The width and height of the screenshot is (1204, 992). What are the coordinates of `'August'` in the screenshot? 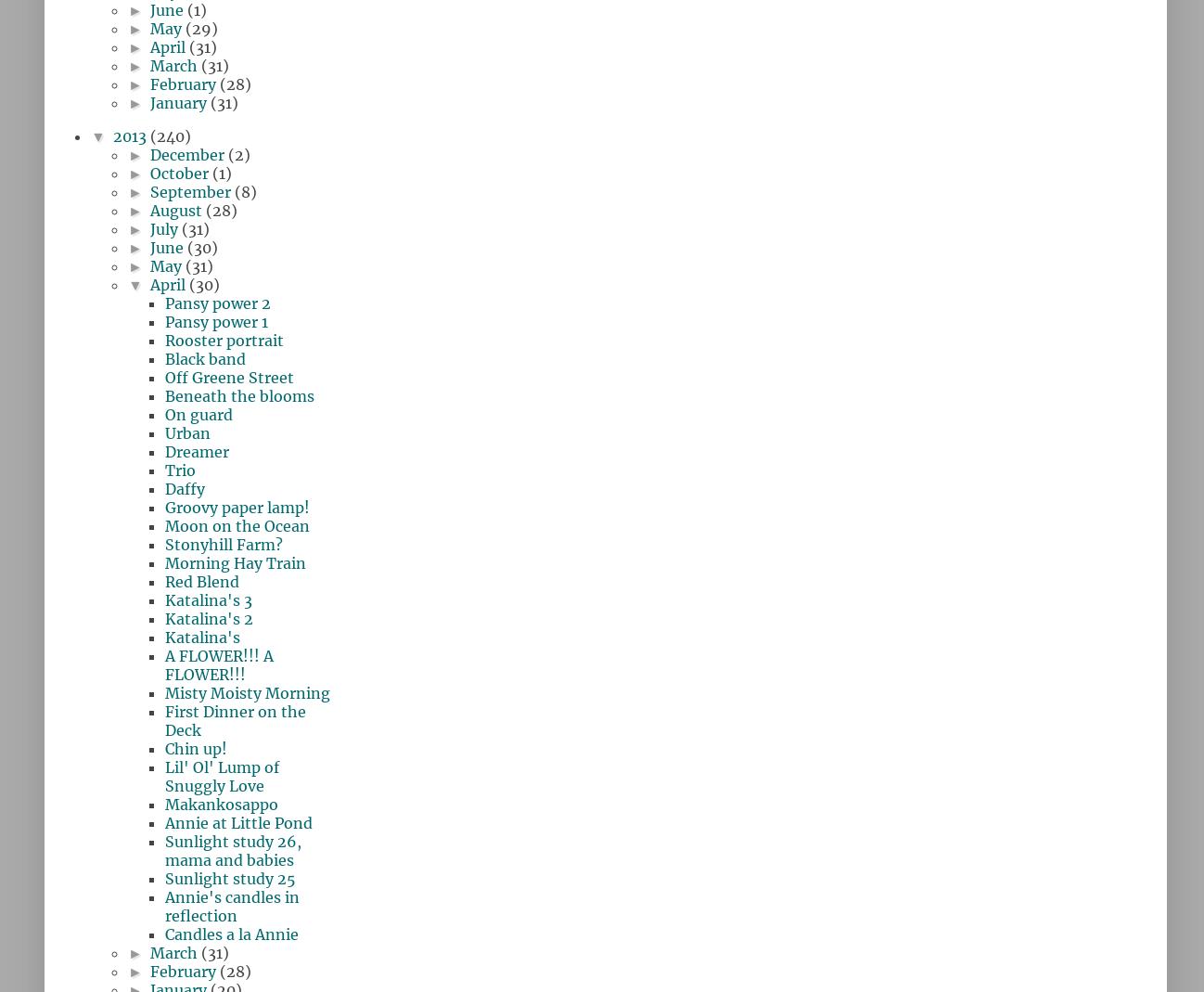 It's located at (175, 209).